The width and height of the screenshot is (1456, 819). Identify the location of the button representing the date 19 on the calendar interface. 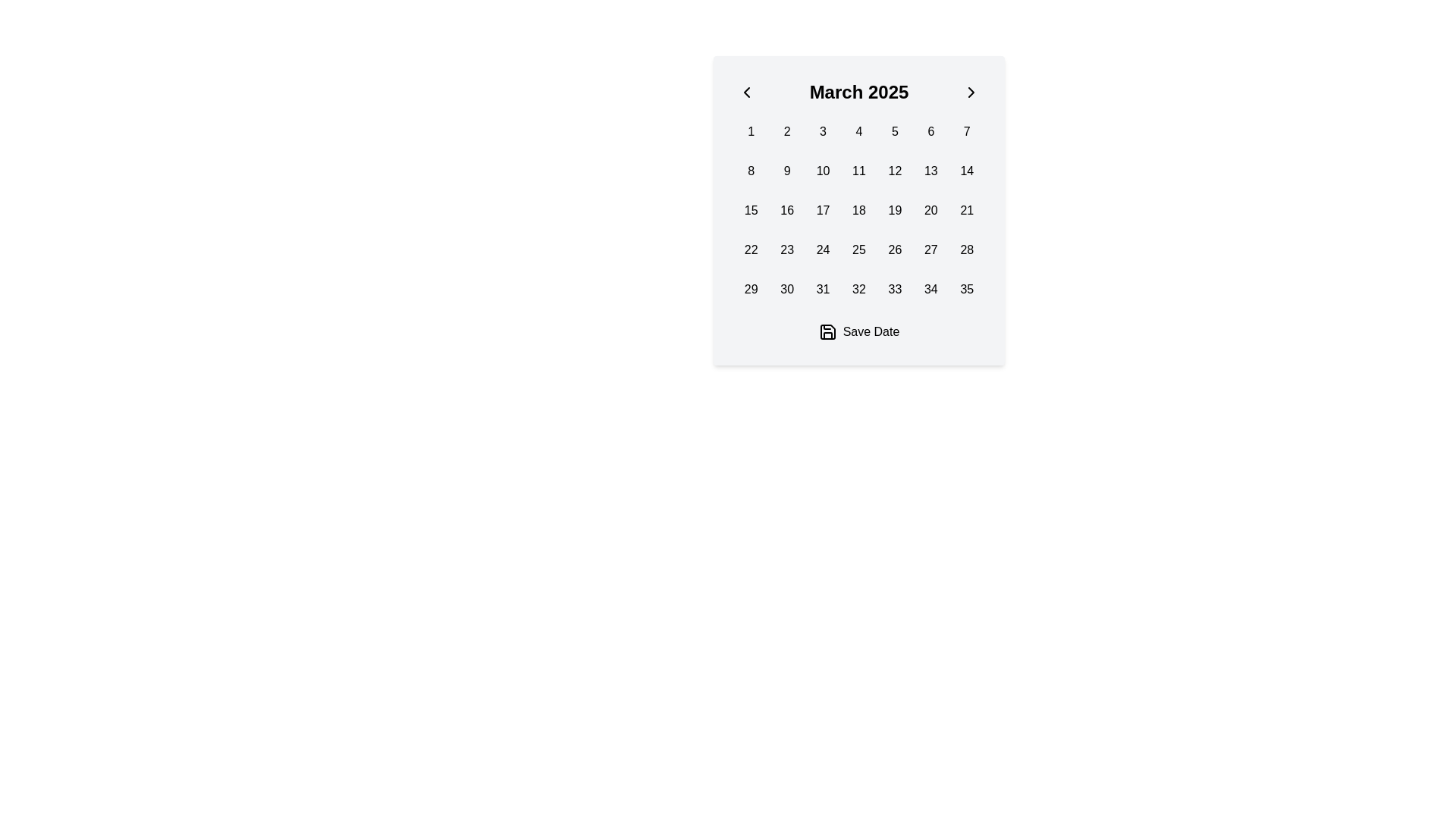
(895, 210).